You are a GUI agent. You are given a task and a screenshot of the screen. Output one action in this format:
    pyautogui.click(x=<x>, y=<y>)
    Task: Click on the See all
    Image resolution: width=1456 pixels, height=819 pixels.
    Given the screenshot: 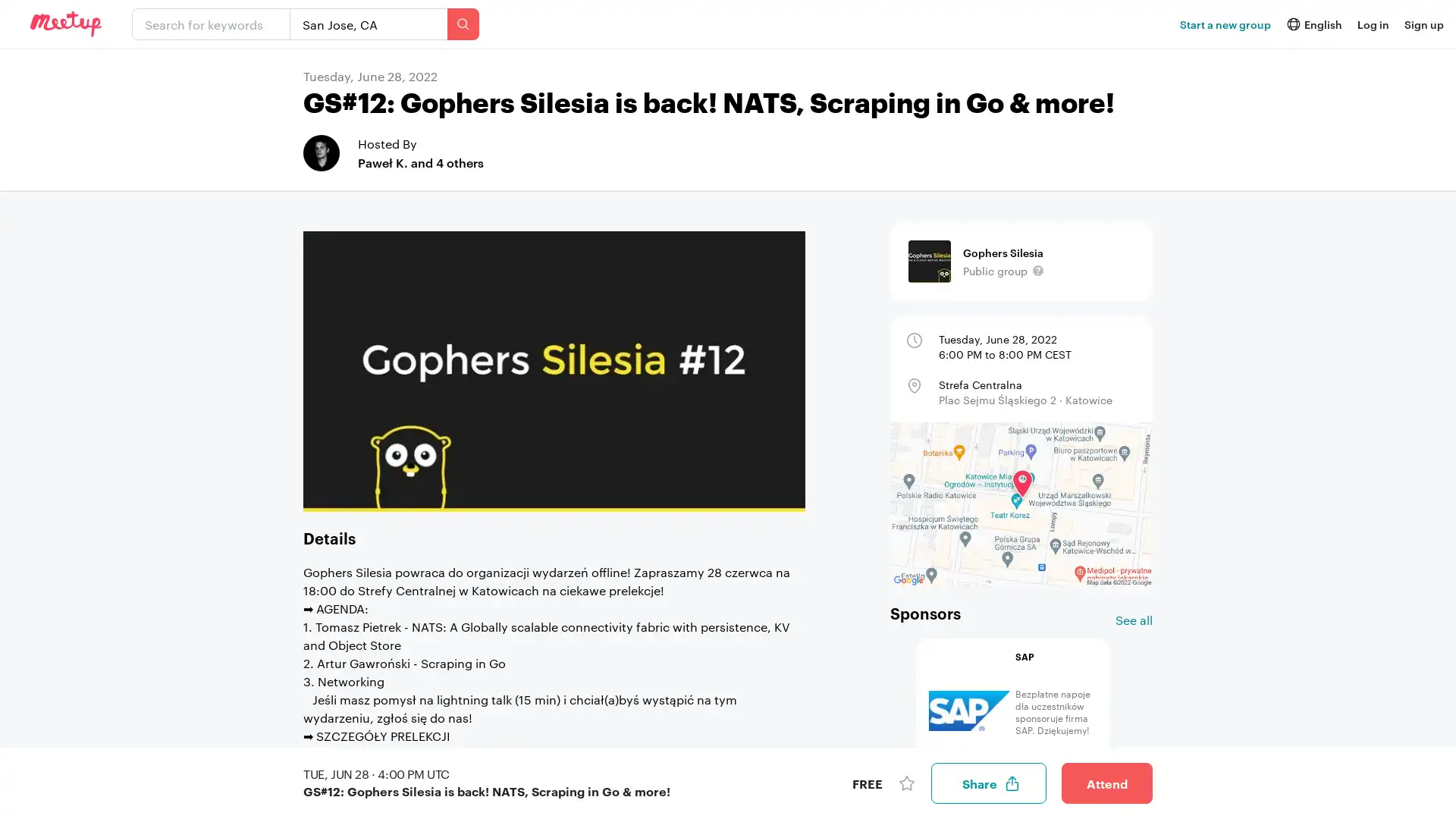 What is the action you would take?
    pyautogui.click(x=1134, y=620)
    